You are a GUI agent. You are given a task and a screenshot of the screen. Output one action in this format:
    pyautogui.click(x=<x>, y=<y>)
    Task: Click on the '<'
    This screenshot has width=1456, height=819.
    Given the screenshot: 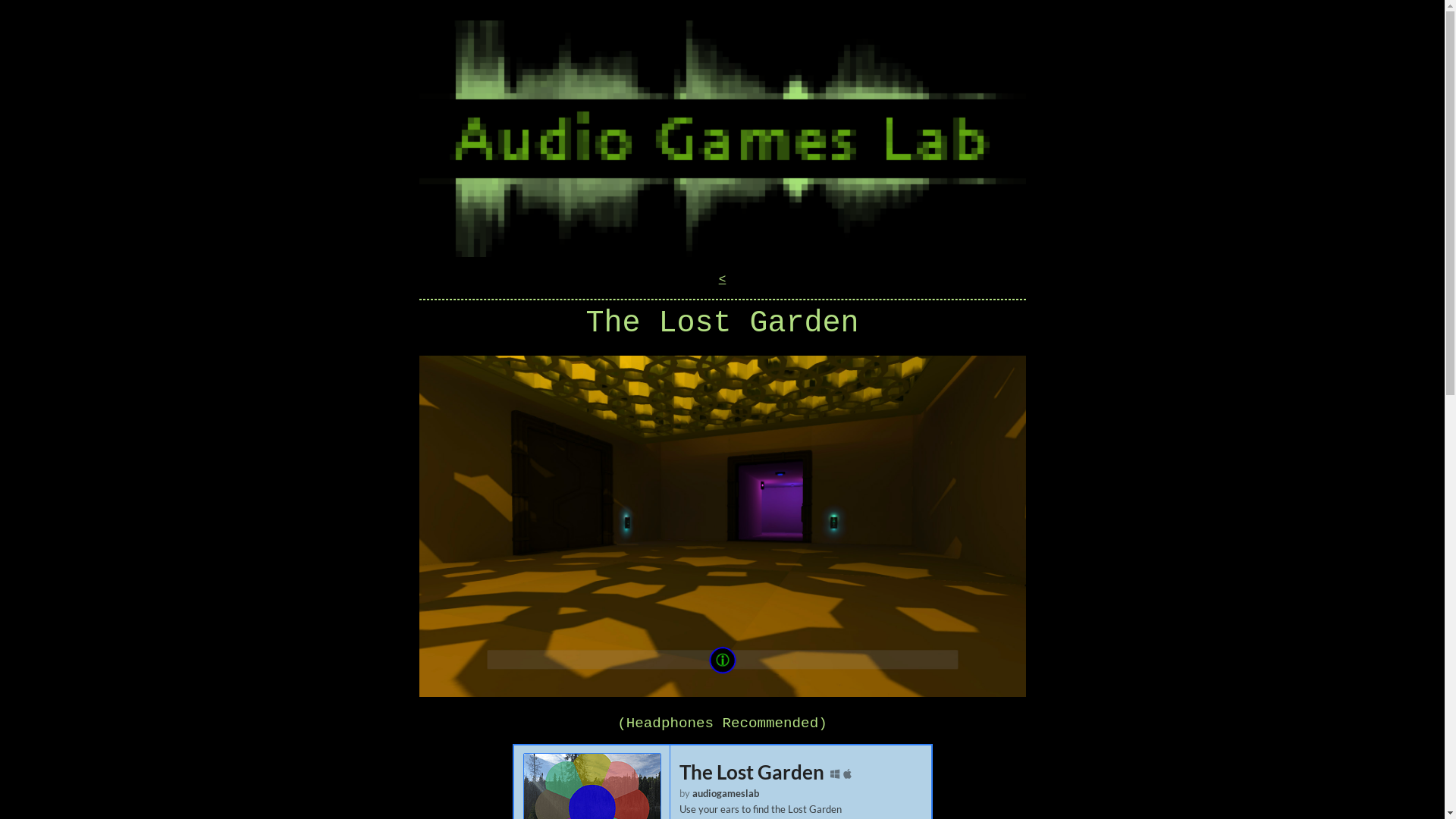 What is the action you would take?
    pyautogui.click(x=722, y=280)
    